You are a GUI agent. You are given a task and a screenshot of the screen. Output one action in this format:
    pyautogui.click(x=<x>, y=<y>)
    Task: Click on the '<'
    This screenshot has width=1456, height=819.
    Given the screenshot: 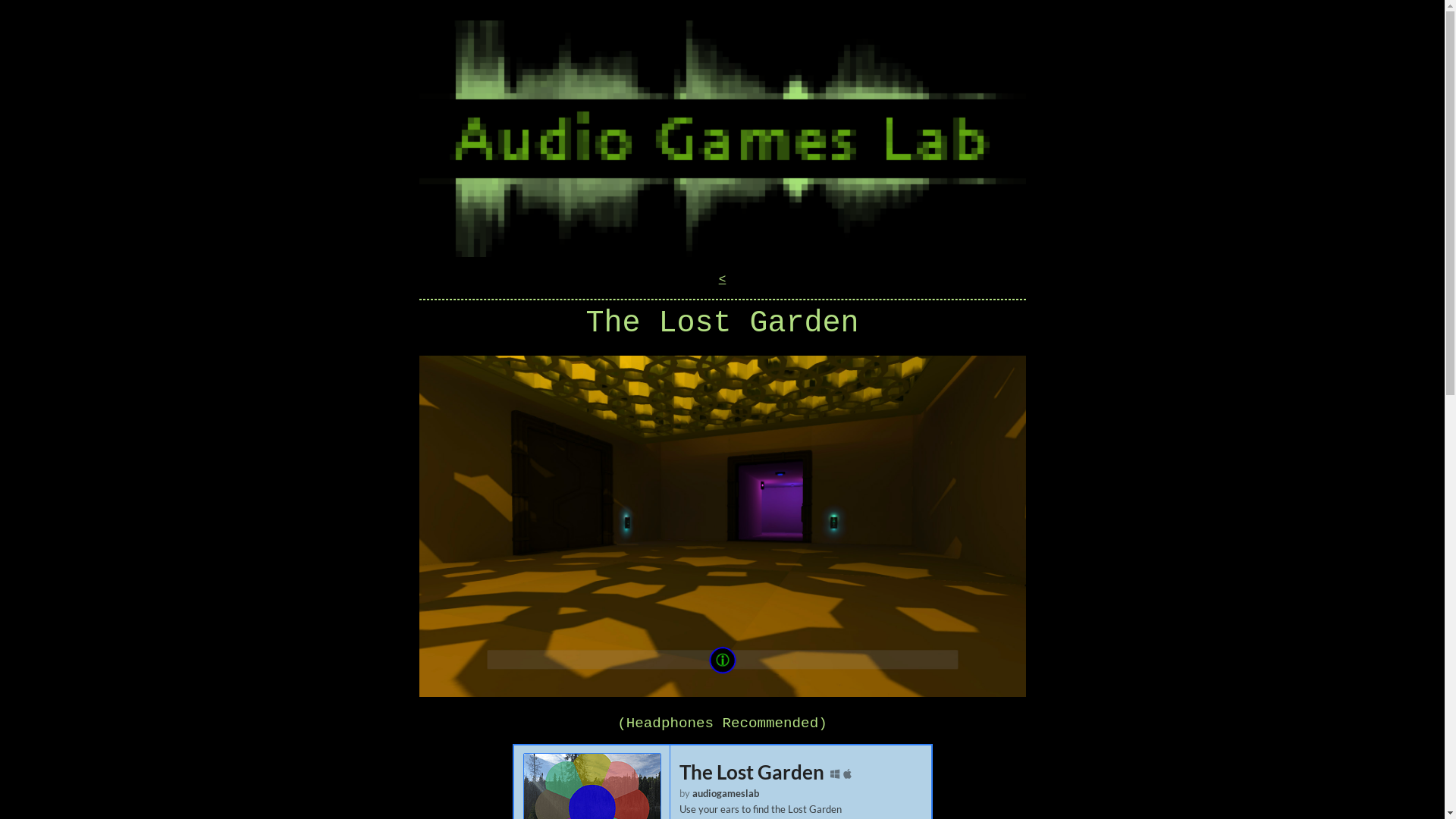 What is the action you would take?
    pyautogui.click(x=722, y=280)
    